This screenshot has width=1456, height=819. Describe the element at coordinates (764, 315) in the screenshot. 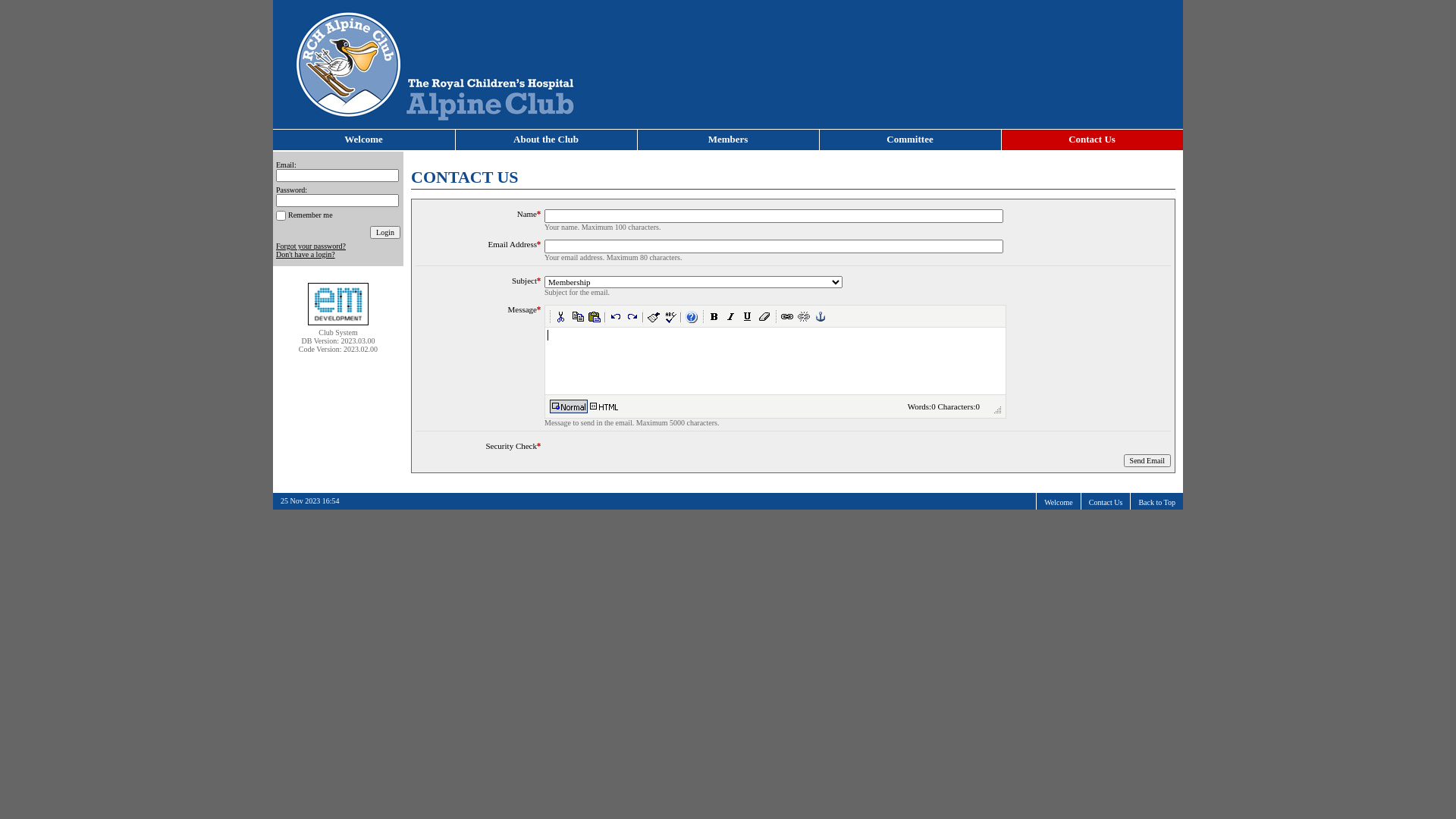

I see `'Remove Format'` at that location.